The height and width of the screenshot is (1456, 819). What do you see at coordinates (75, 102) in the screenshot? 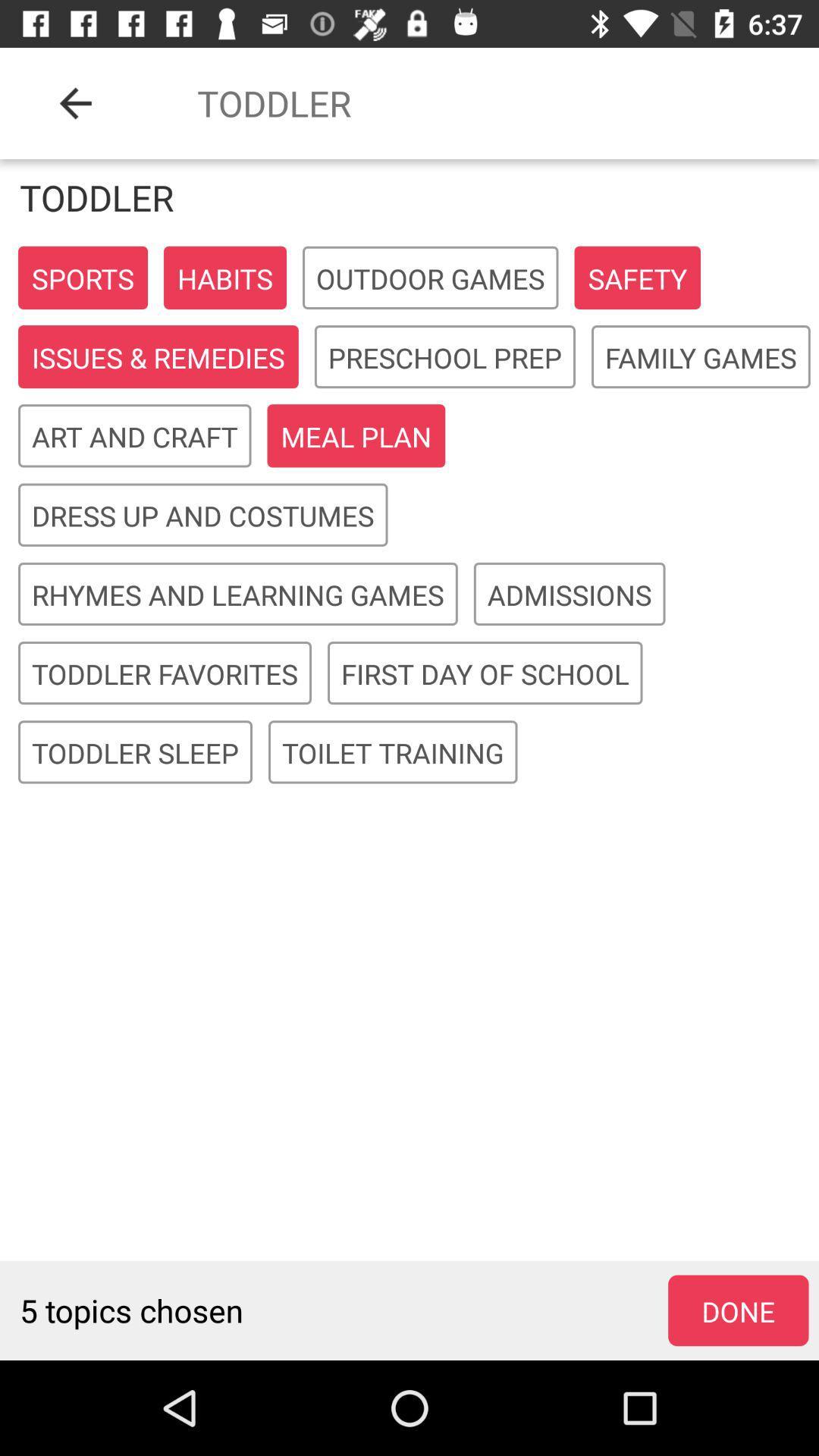
I see `go back` at bounding box center [75, 102].